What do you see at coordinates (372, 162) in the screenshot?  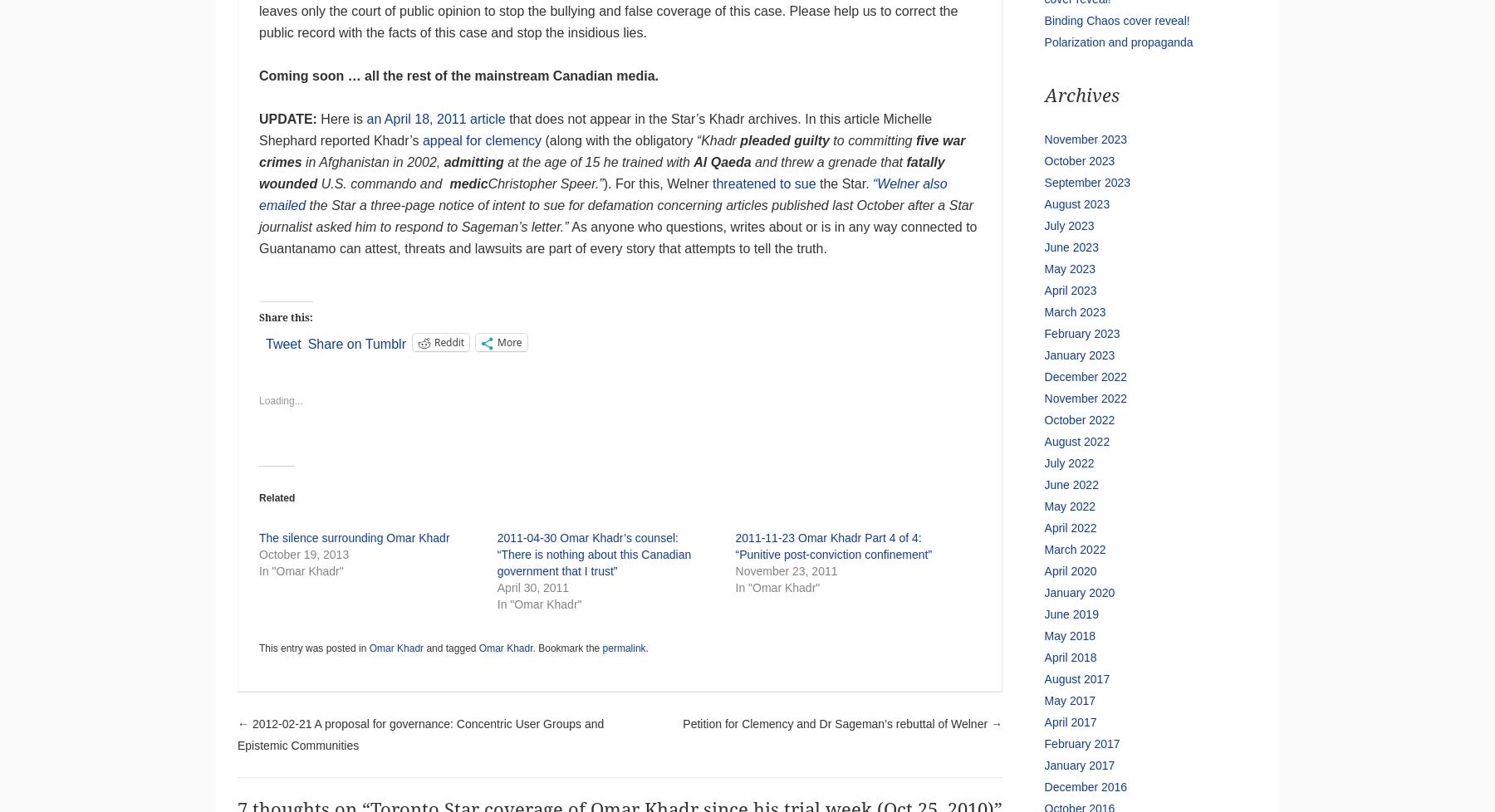 I see `'in Afghanistan in 2002,'` at bounding box center [372, 162].